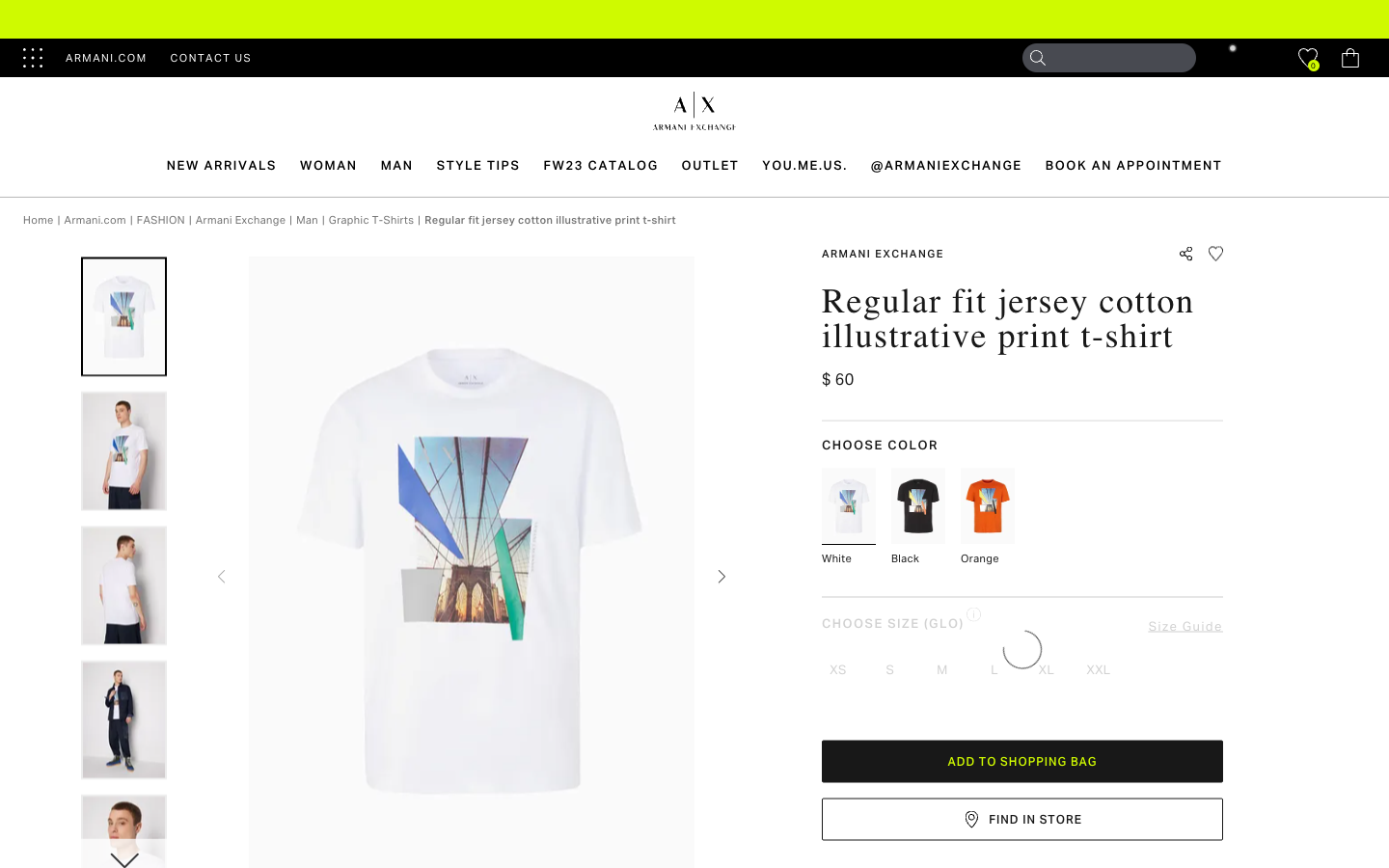 The height and width of the screenshot is (868, 1389). Describe the element at coordinates (370, 218) in the screenshot. I see `all graphic T-shirts by selecting the specific menu option` at that location.